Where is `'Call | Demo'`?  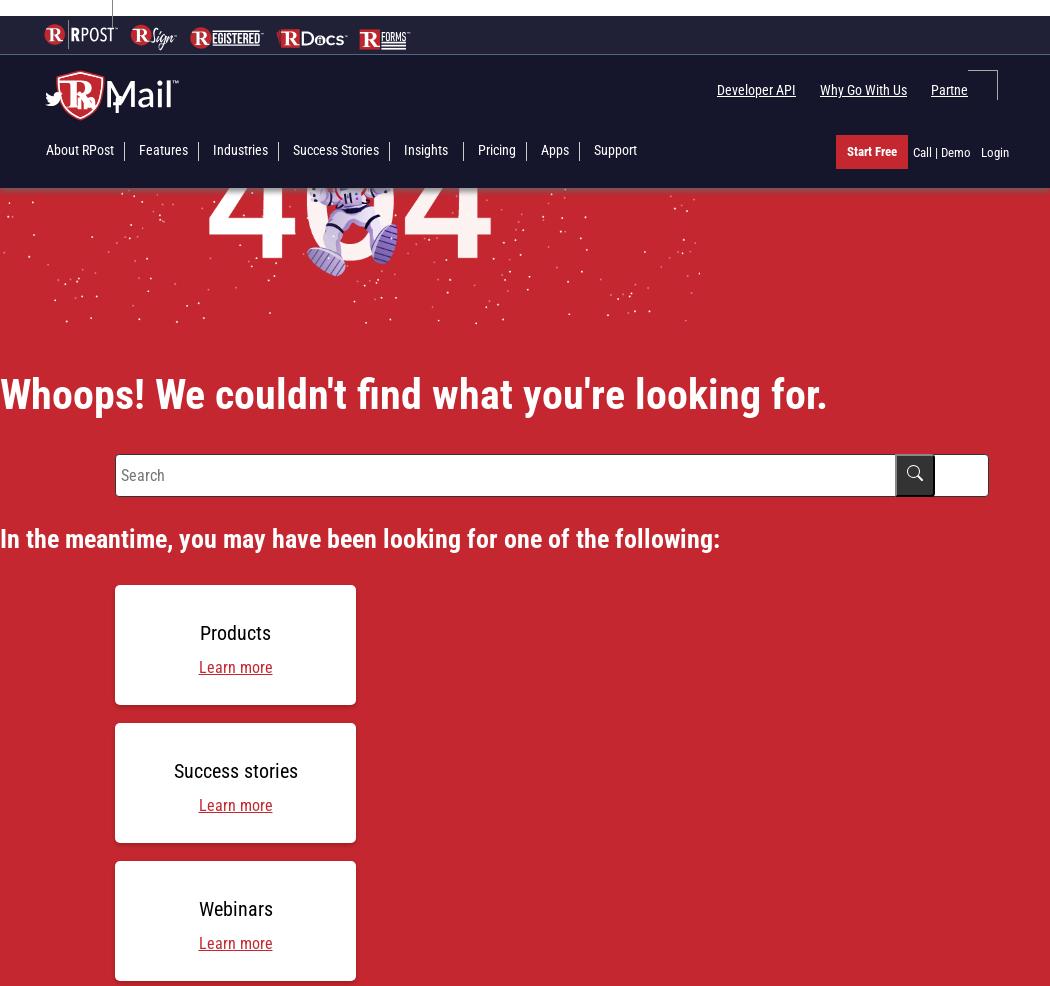
'Call | Demo' is located at coordinates (940, 151).